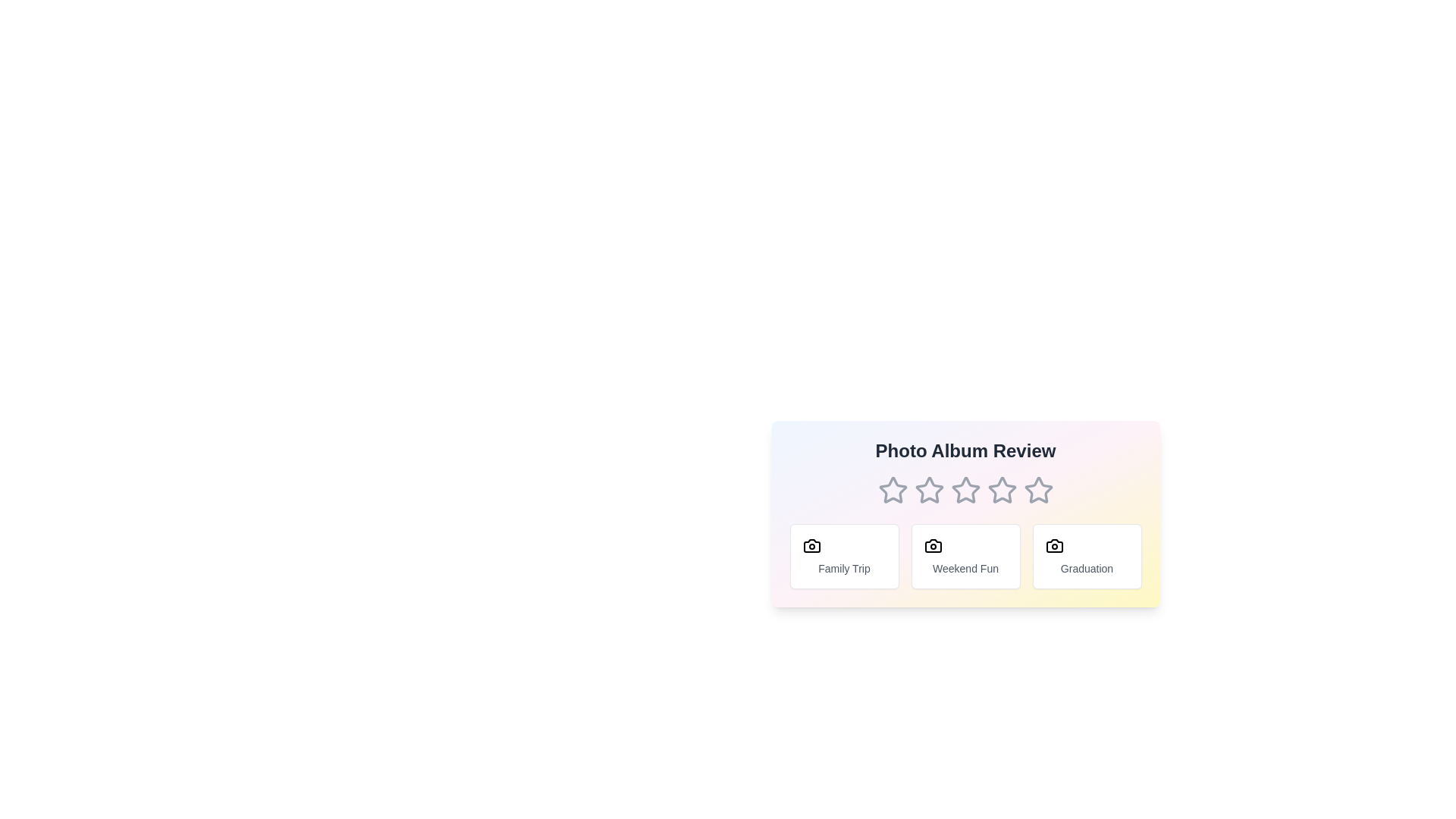 This screenshot has width=1456, height=819. I want to click on the camera icon associated with the tag Weekend Fun, so click(932, 546).